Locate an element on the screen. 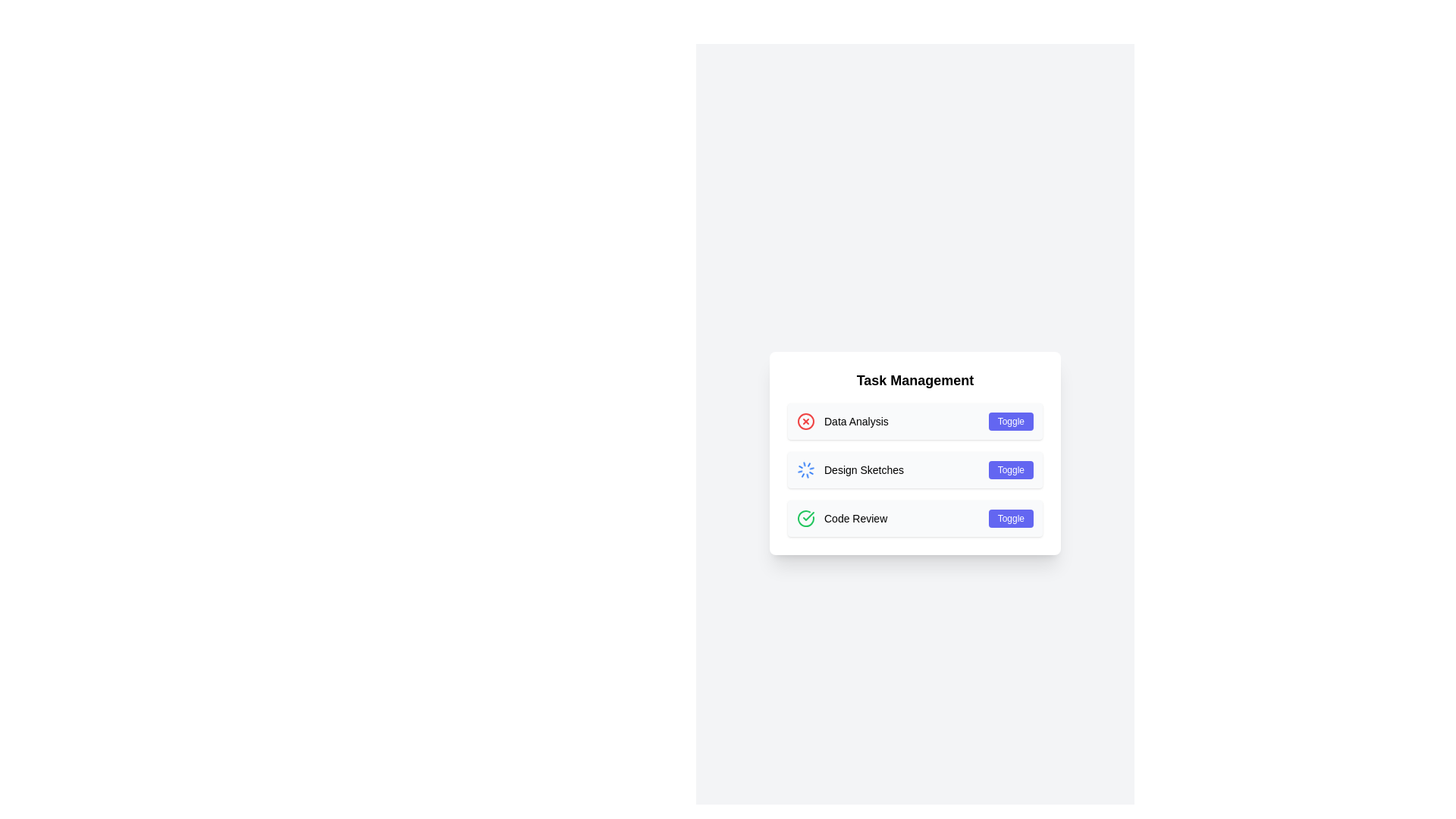 The width and height of the screenshot is (1456, 819). the button-like icon representing a close/delete action is located at coordinates (805, 421).